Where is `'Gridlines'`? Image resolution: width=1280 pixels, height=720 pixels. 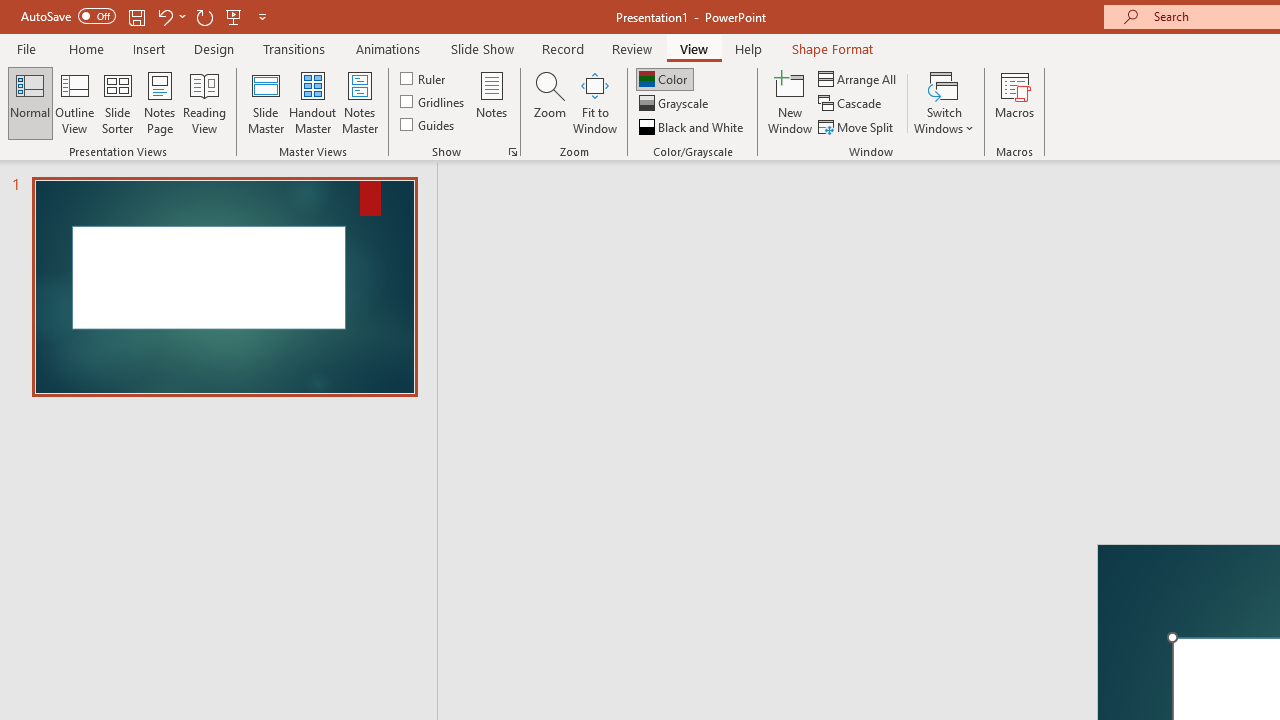 'Gridlines' is located at coordinates (432, 101).